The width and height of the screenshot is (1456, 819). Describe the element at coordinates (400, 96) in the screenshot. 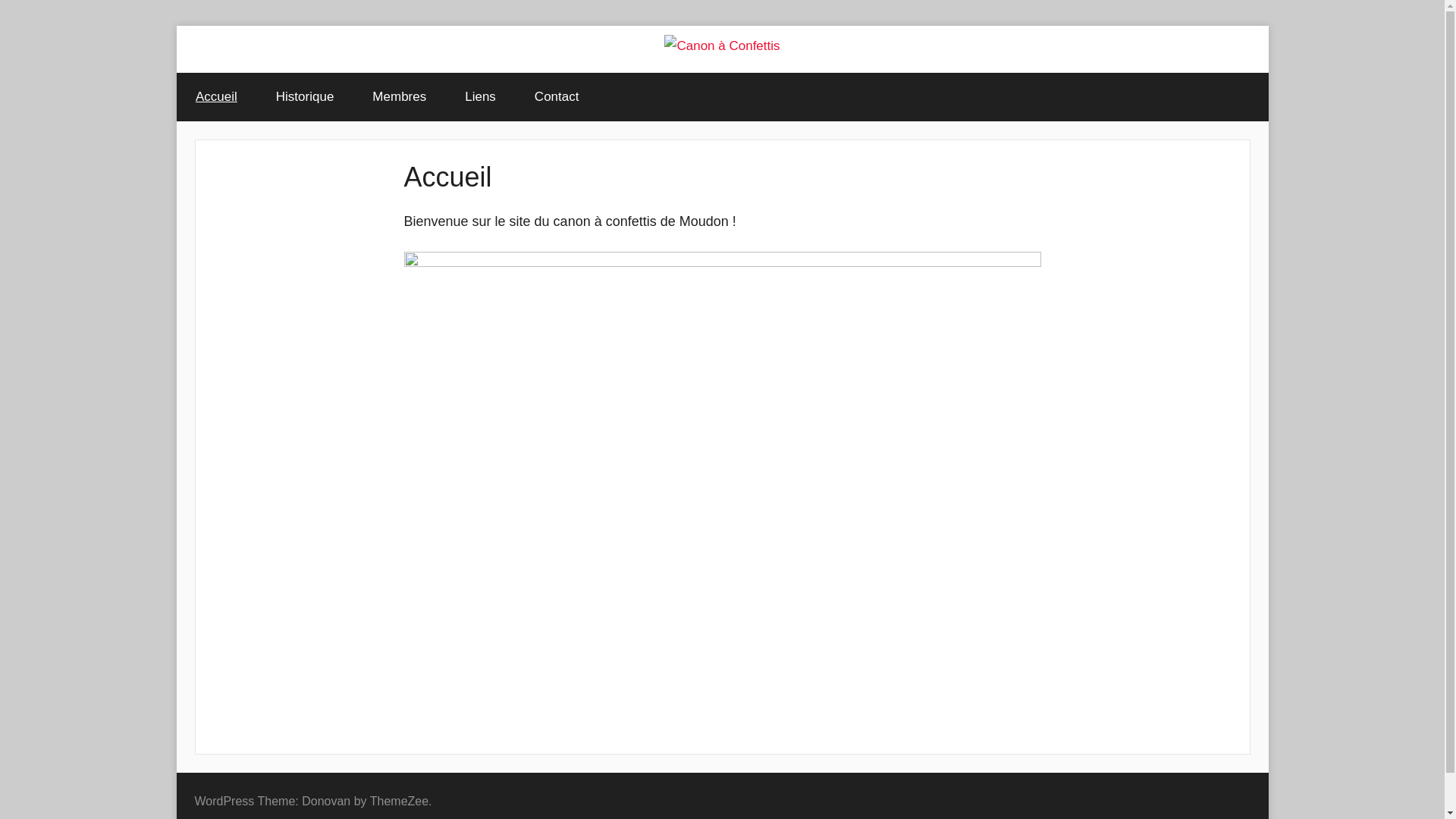

I see `'Membres'` at that location.